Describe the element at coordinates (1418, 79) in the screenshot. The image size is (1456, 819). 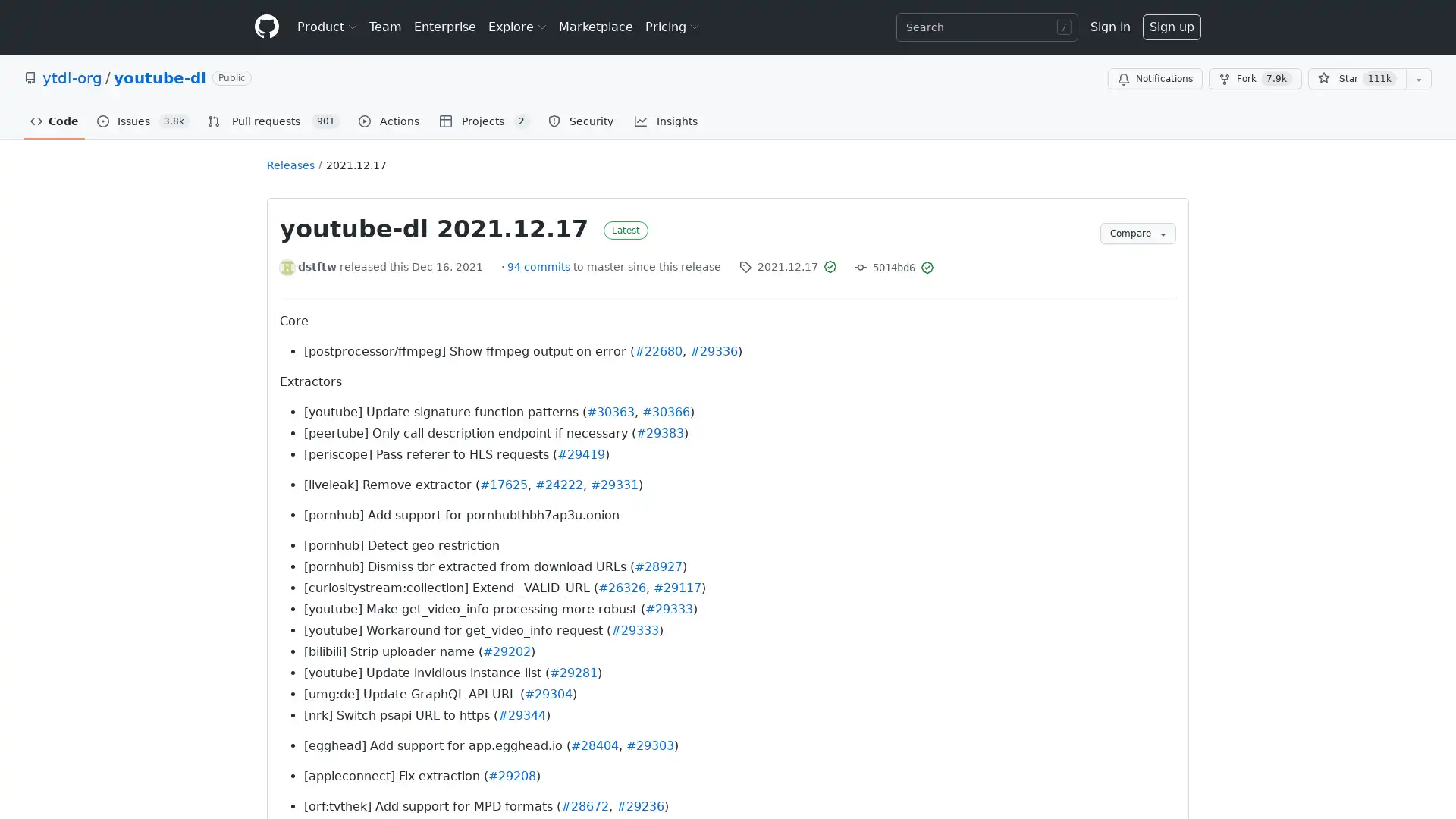
I see `You must be signed in to add this repository to a list` at that location.